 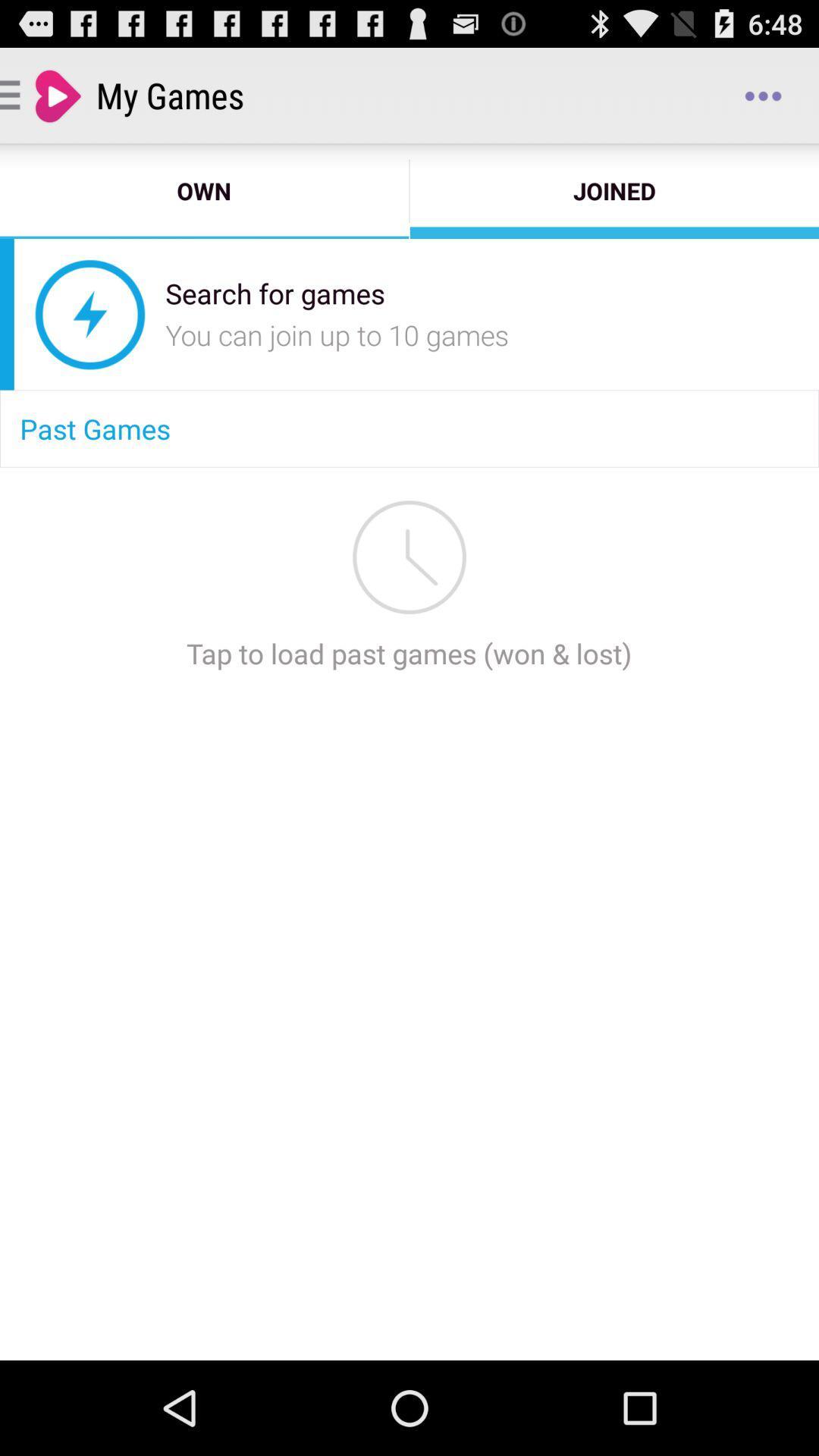 What do you see at coordinates (763, 94) in the screenshot?
I see `the item next to the my games icon` at bounding box center [763, 94].